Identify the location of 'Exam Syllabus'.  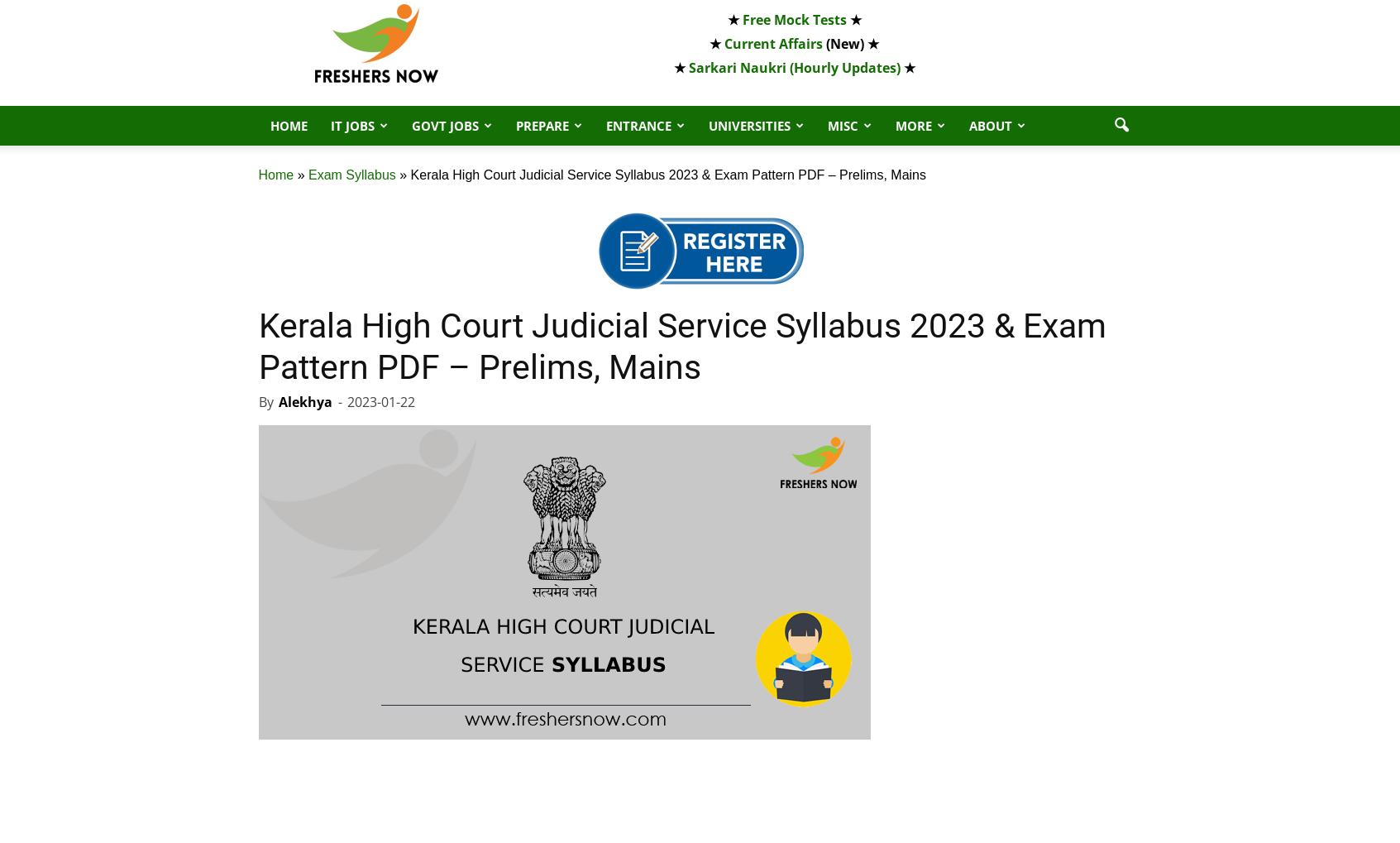
(350, 174).